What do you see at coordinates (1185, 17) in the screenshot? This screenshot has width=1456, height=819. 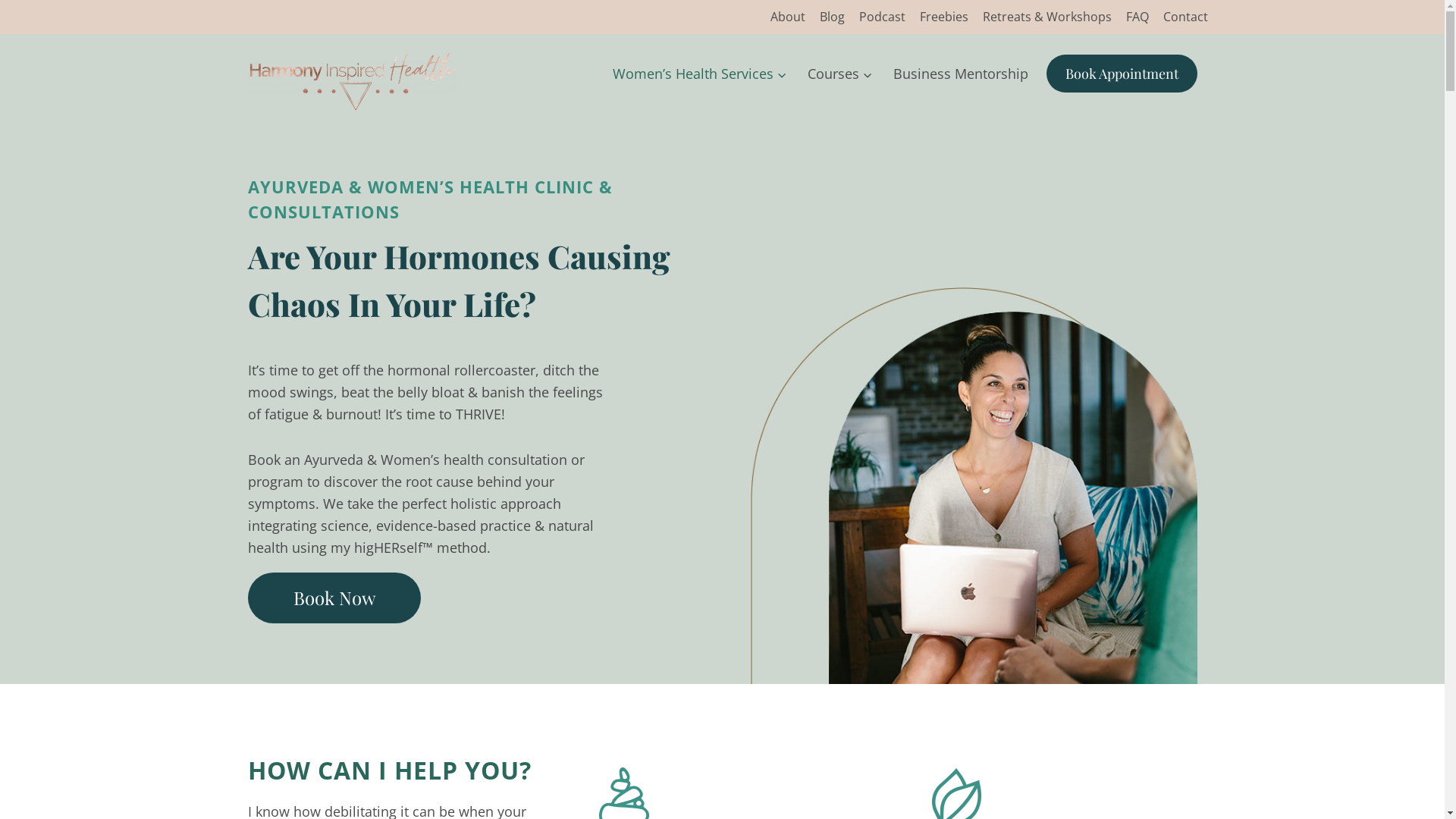 I see `'Contact'` at bounding box center [1185, 17].